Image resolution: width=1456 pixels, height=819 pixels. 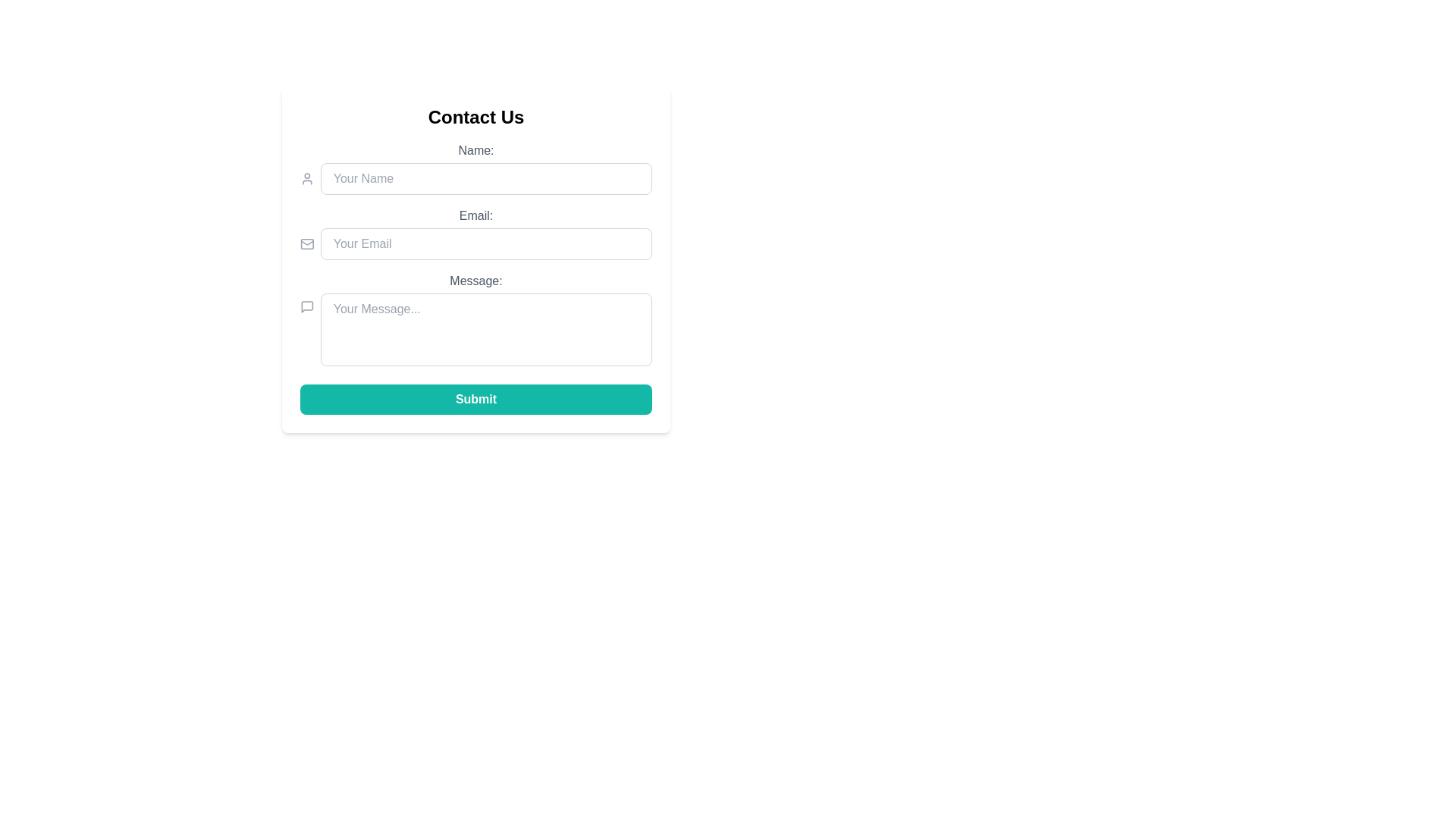 What do you see at coordinates (475, 399) in the screenshot?
I see `the 'Submit' button located at the bottom of the 'Contact Us' form` at bounding box center [475, 399].